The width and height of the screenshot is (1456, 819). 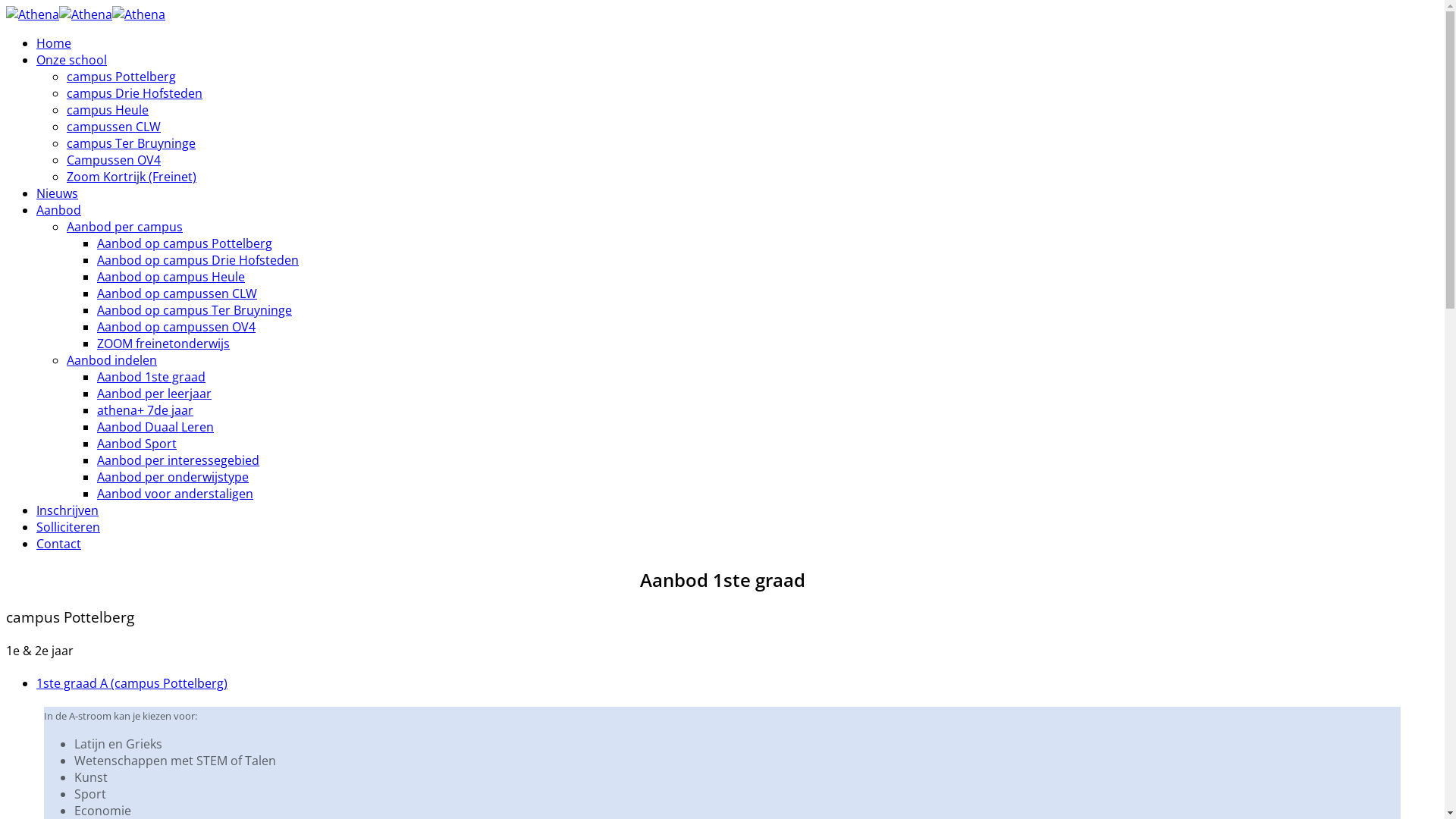 What do you see at coordinates (136, 444) in the screenshot?
I see `'Aanbod Sport'` at bounding box center [136, 444].